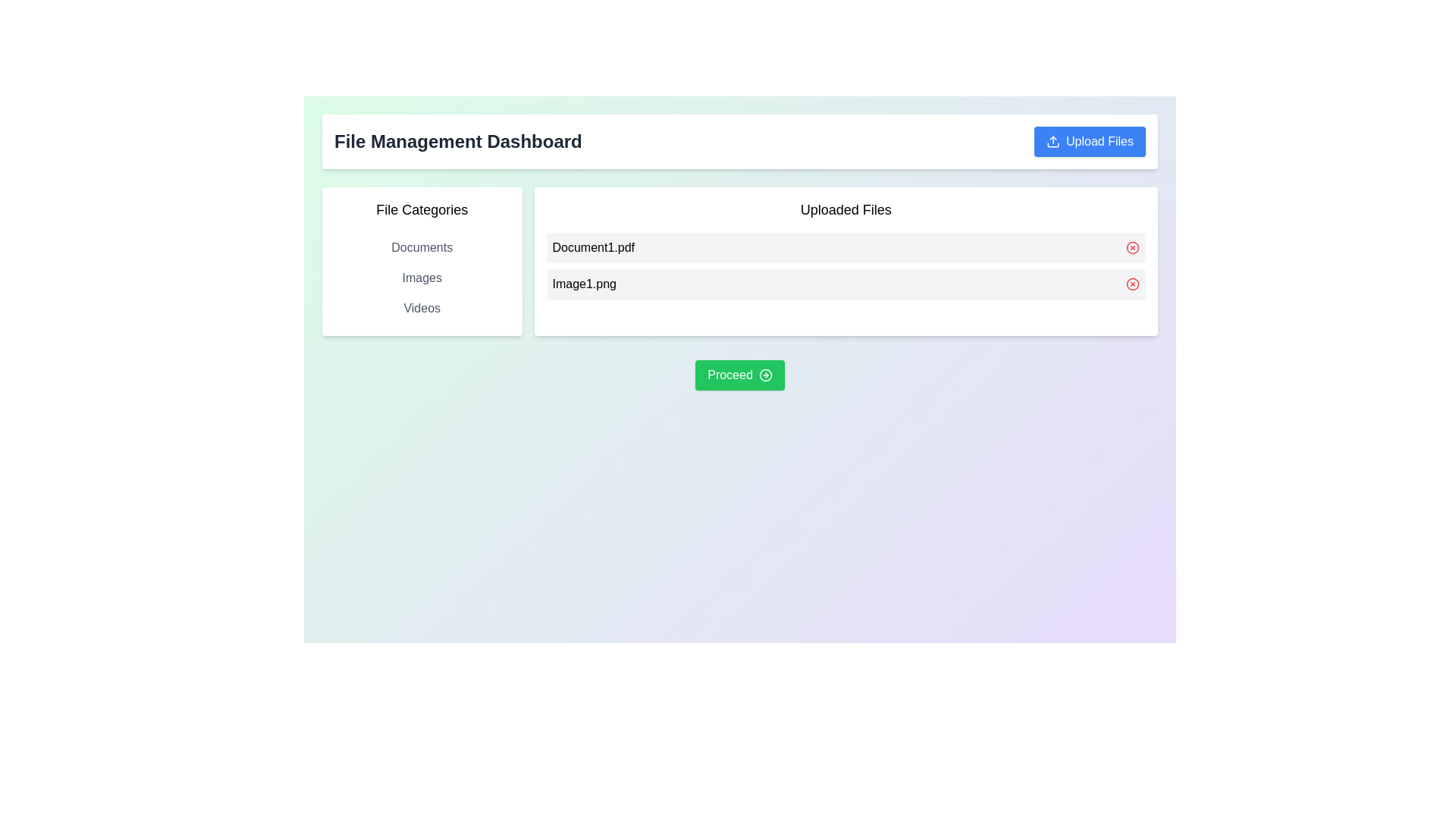 This screenshot has height=819, width=1456. Describe the element at coordinates (1132, 284) in the screenshot. I see `the delete button located at the right end of the list item labelled 'Image1.png' in the 'Uploaded Files' section` at that location.